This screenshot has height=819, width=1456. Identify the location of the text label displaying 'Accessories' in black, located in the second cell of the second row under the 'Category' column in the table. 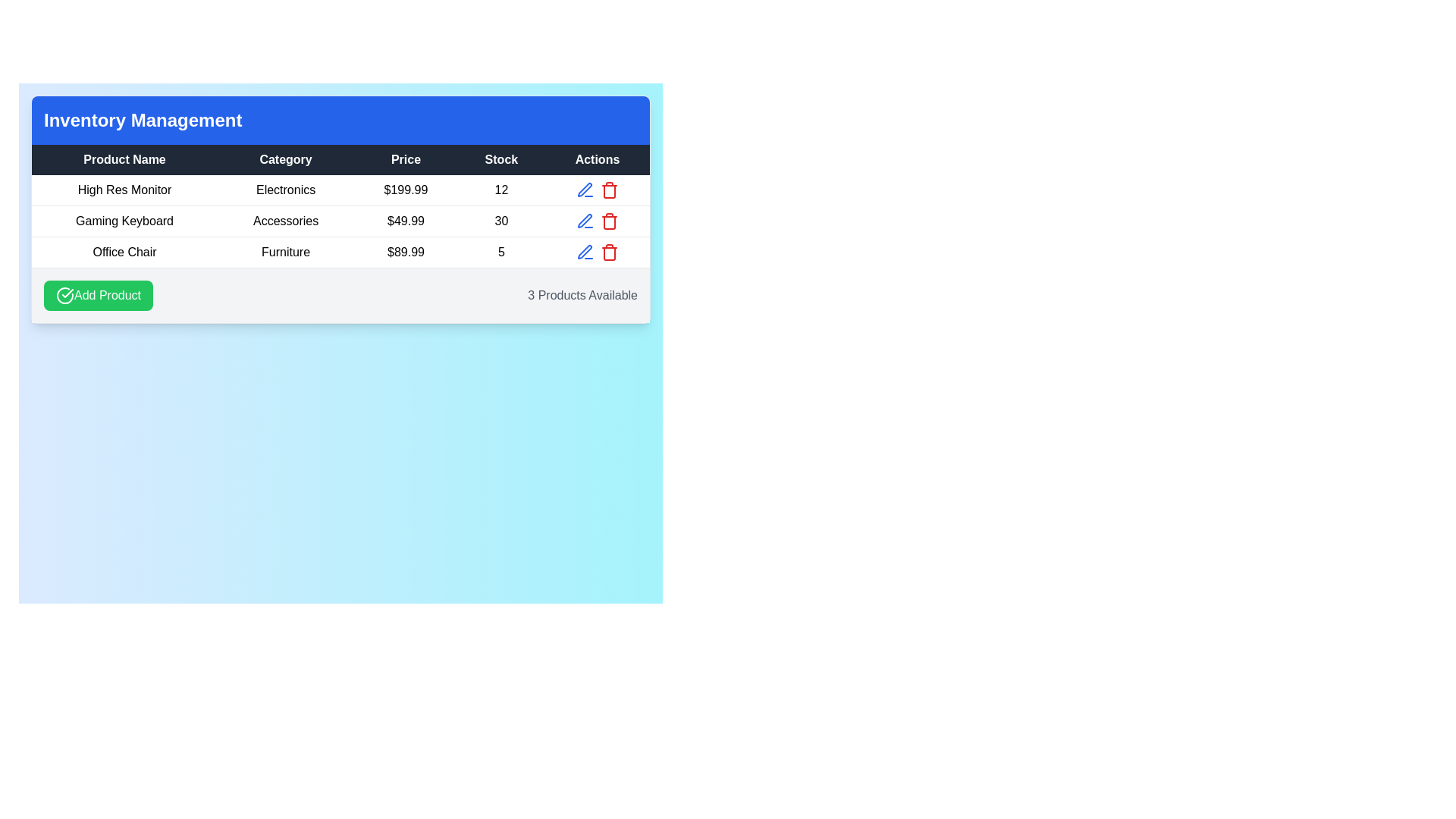
(286, 221).